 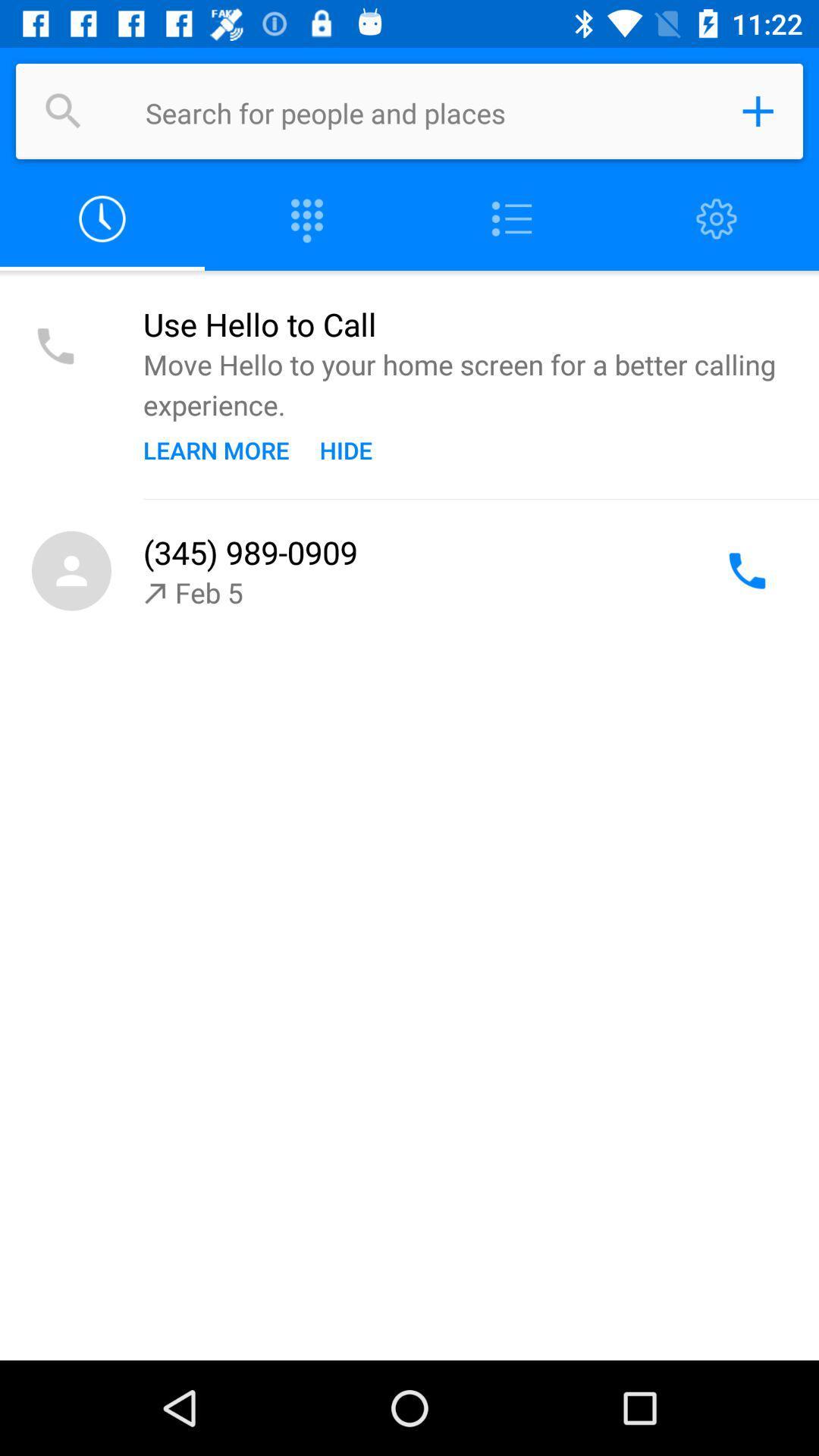 What do you see at coordinates (428, 111) in the screenshot?
I see `search bar` at bounding box center [428, 111].